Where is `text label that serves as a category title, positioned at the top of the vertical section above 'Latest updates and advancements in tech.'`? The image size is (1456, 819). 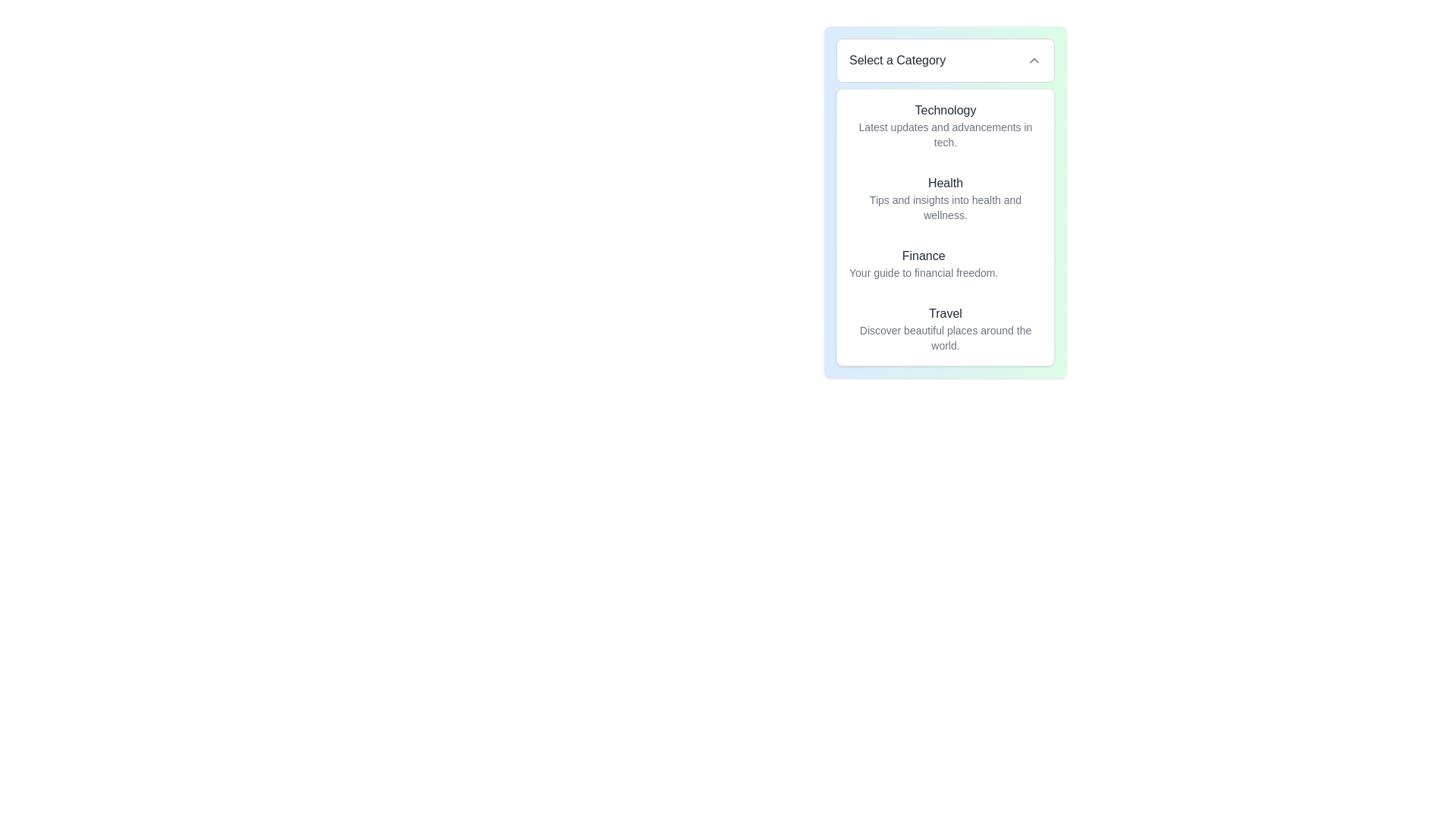 text label that serves as a category title, positioned at the top of the vertical section above 'Latest updates and advancements in tech.' is located at coordinates (945, 110).